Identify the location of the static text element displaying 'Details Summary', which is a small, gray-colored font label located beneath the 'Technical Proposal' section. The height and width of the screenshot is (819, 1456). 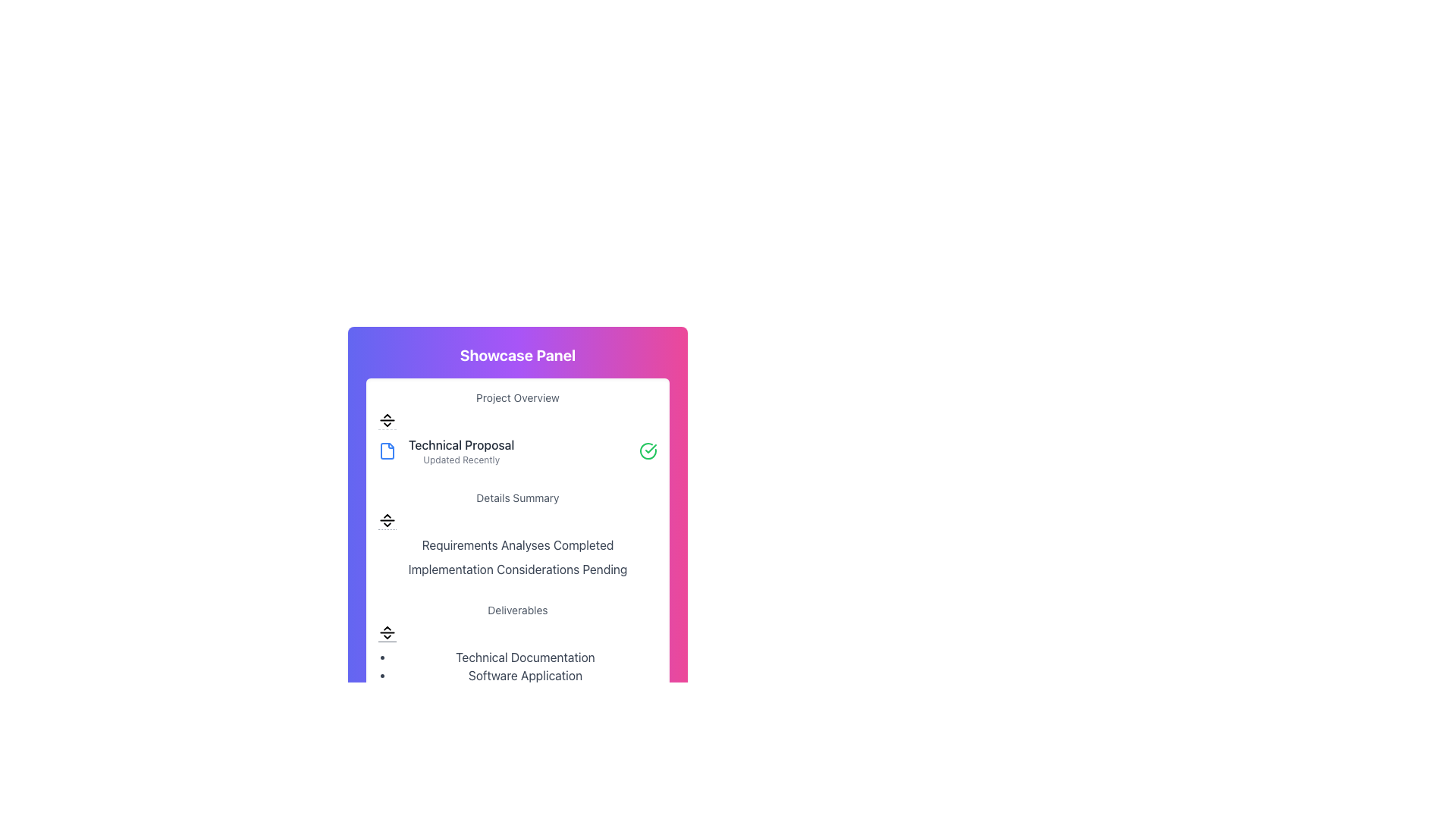
(517, 497).